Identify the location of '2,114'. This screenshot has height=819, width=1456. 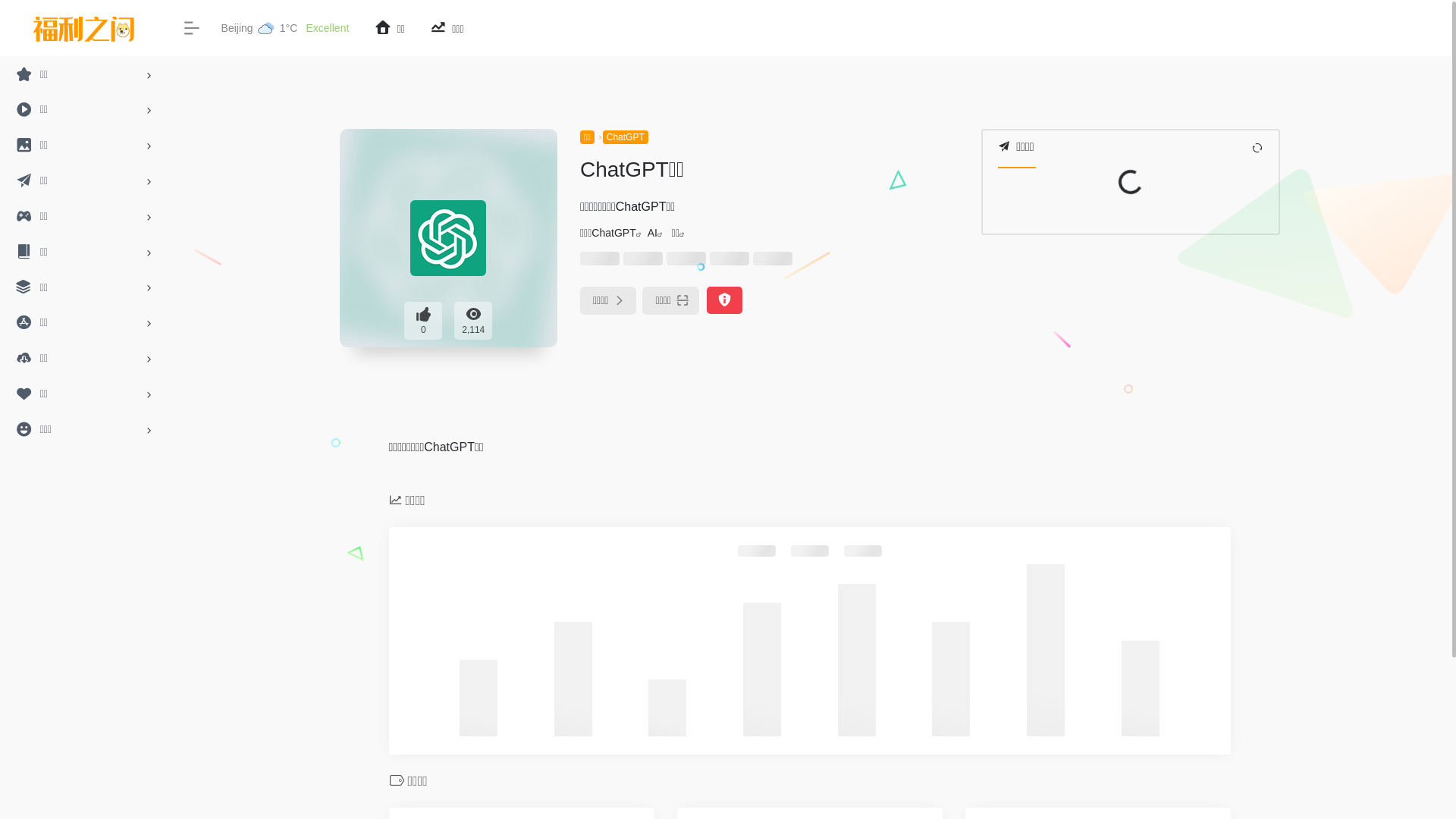
(453, 320).